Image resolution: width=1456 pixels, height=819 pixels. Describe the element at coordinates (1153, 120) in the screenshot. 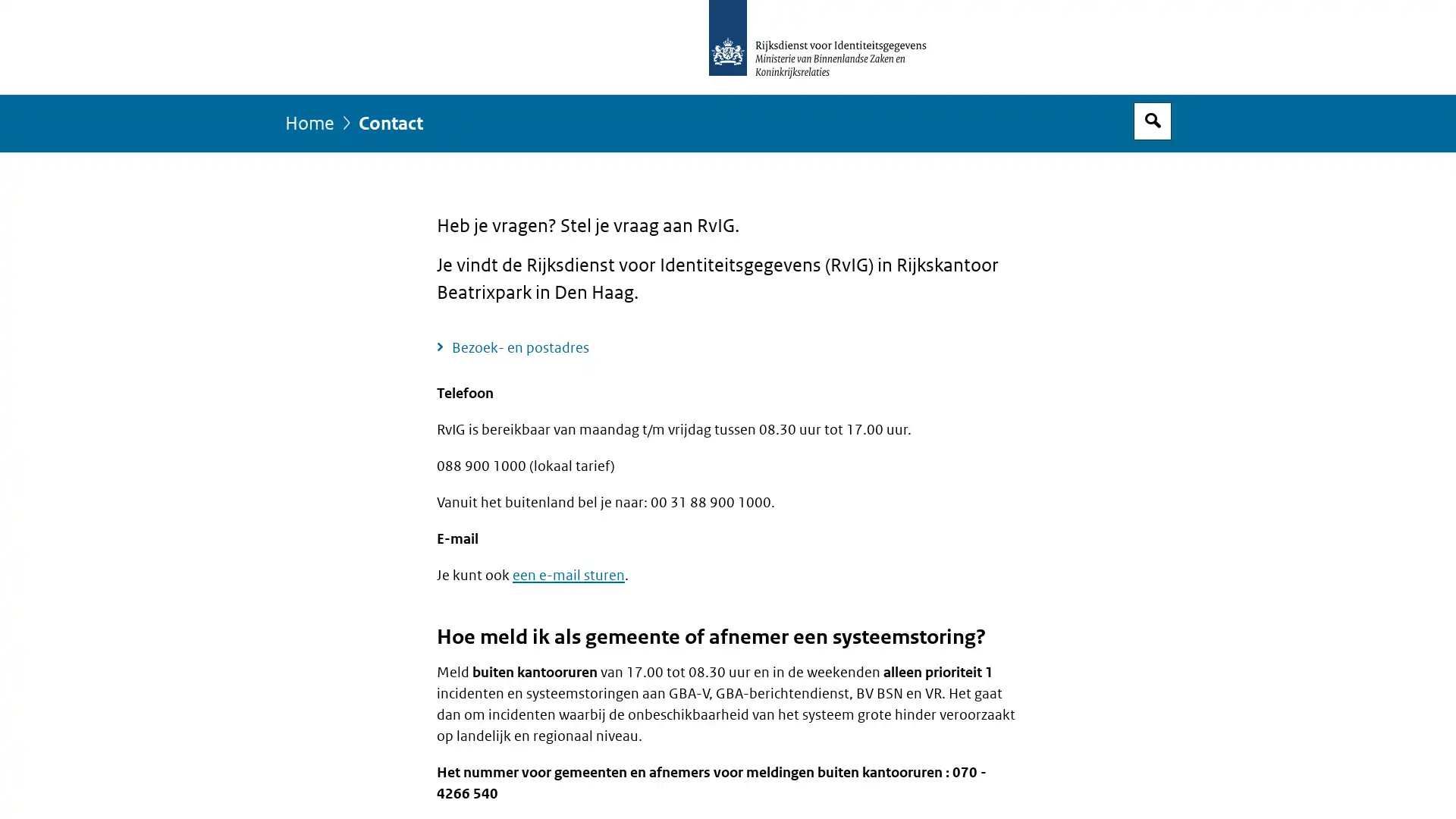

I see `Open zoekveld` at that location.